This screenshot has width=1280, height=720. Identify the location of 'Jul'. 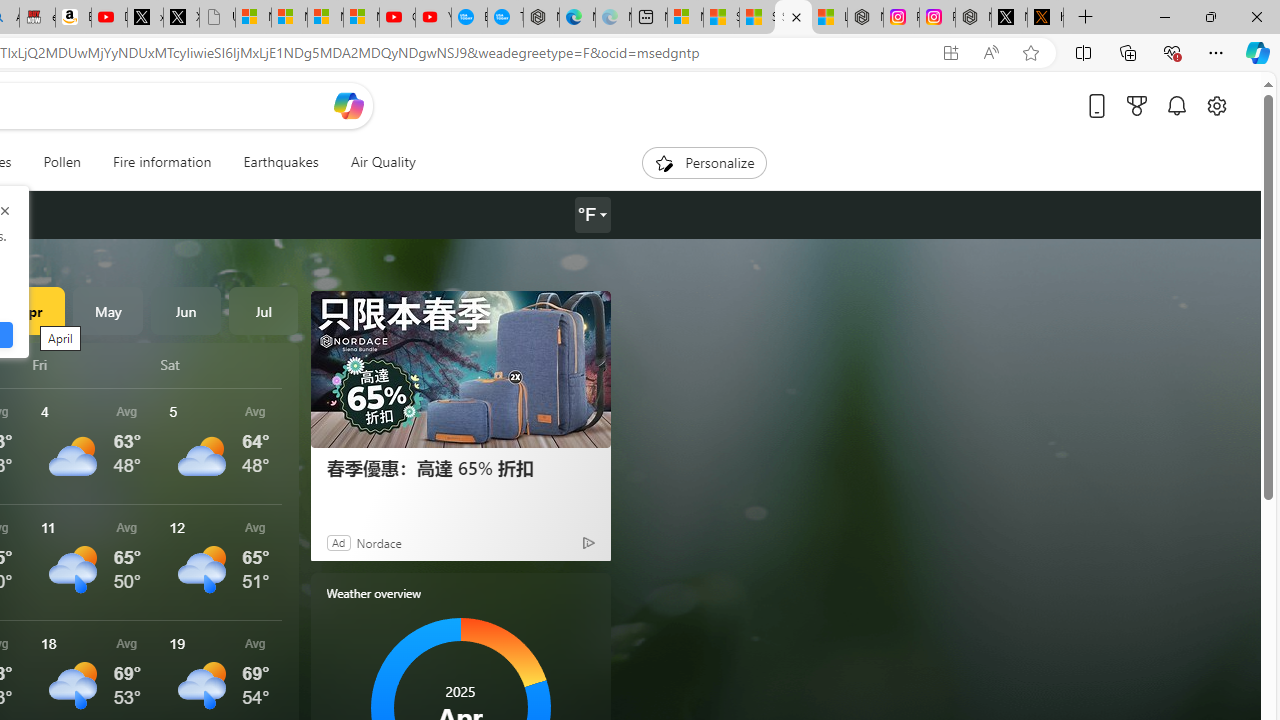
(262, 311).